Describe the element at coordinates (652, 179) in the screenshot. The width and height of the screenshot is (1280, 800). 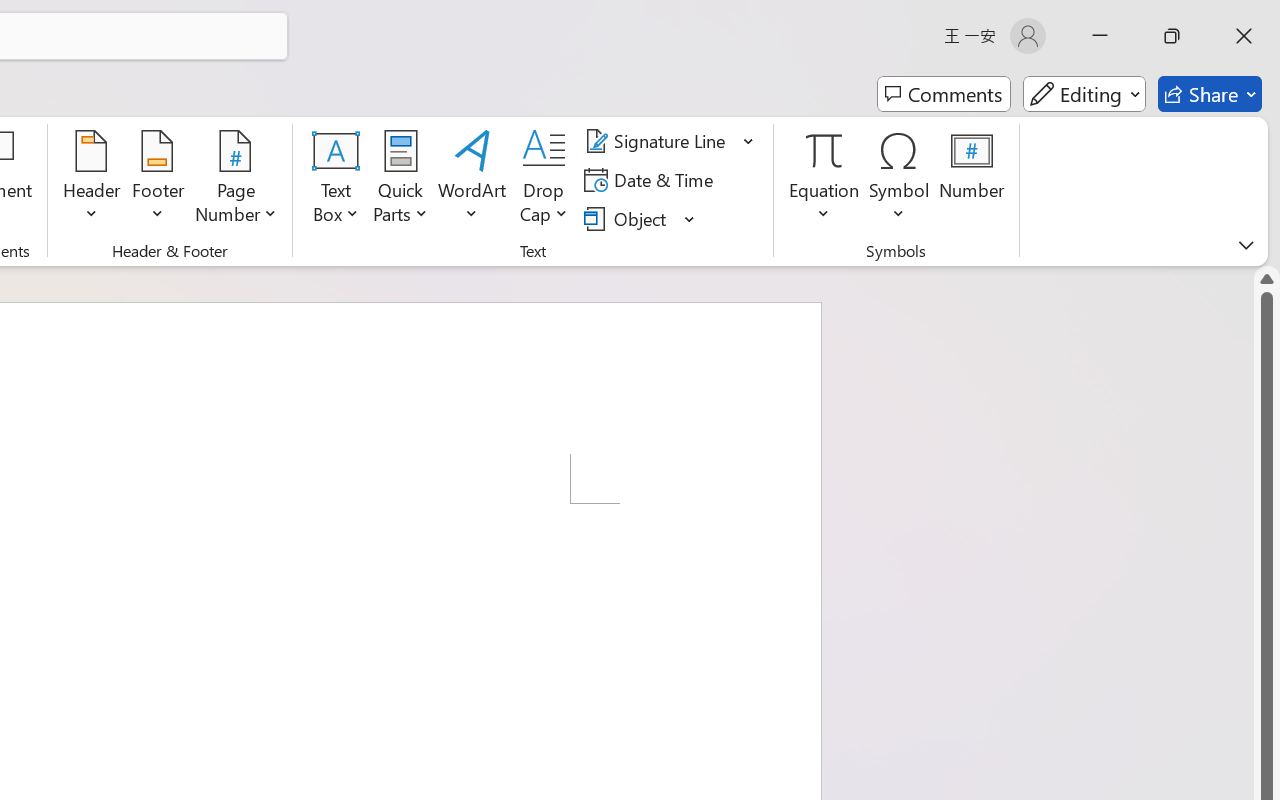
I see `'Date & Time...'` at that location.